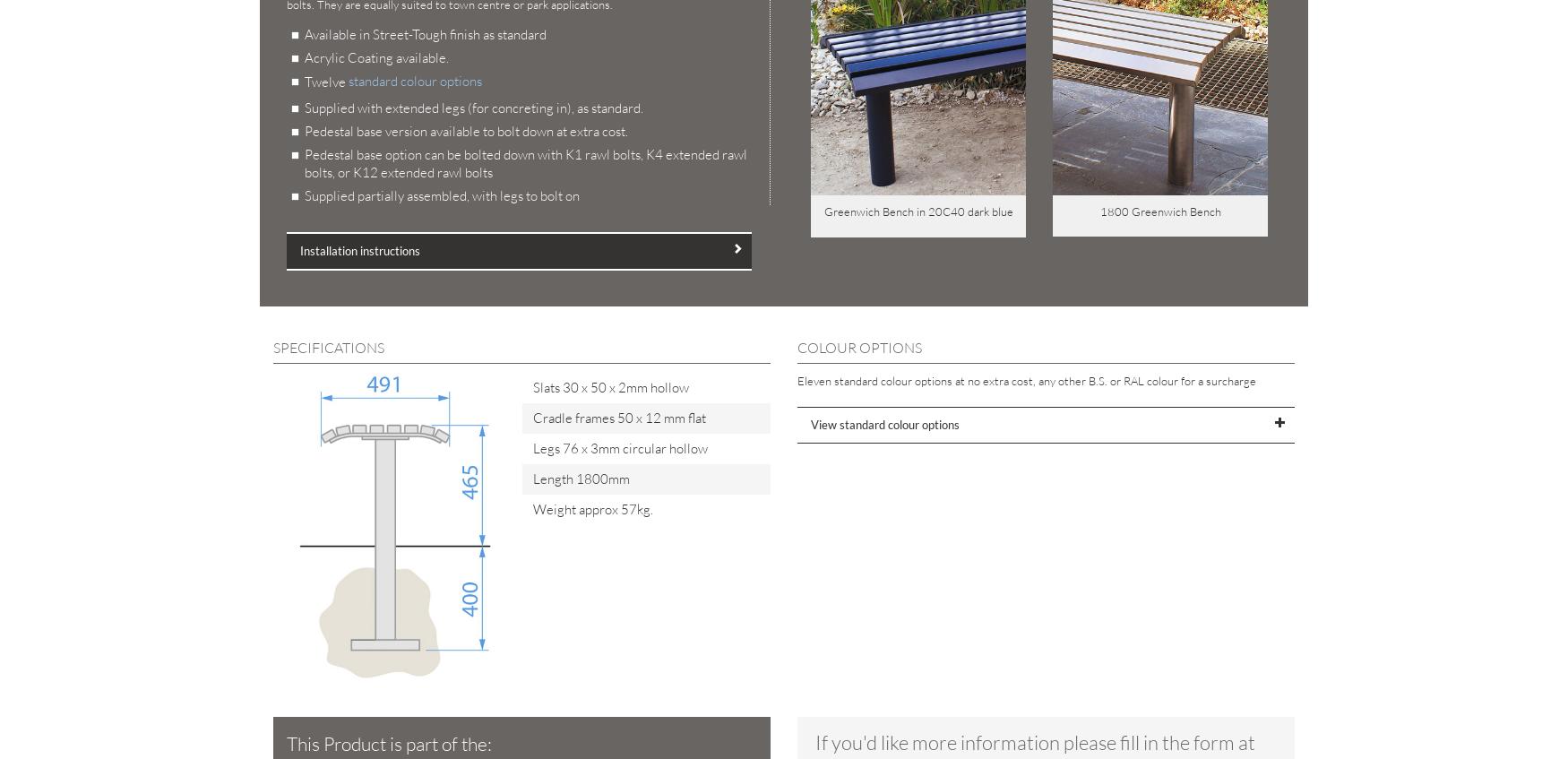 The height and width of the screenshot is (759, 1568). I want to click on 'Pedestal base version available to bolt down at extra cost.', so click(465, 130).